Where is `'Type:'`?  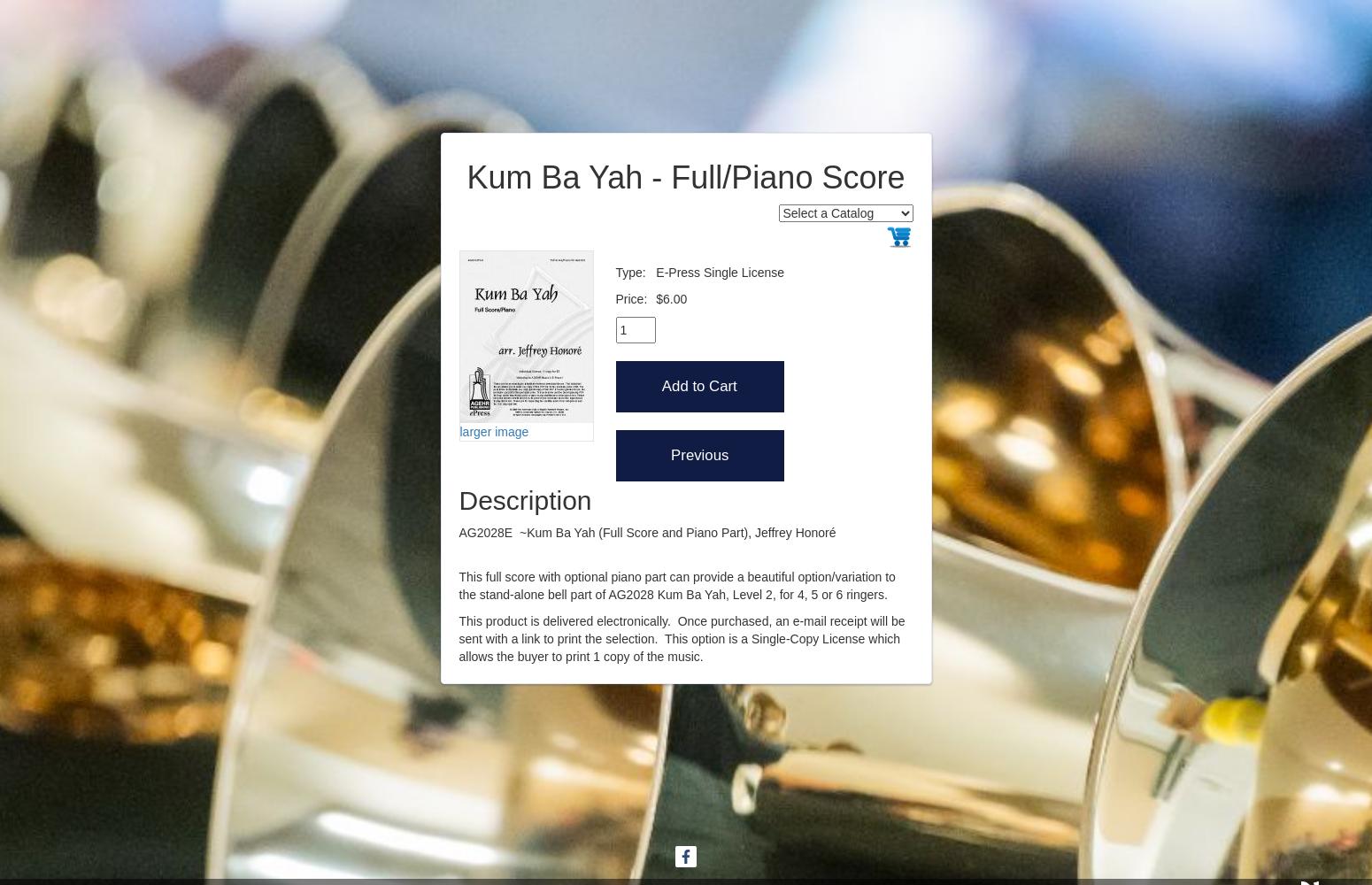
'Type:' is located at coordinates (614, 272).